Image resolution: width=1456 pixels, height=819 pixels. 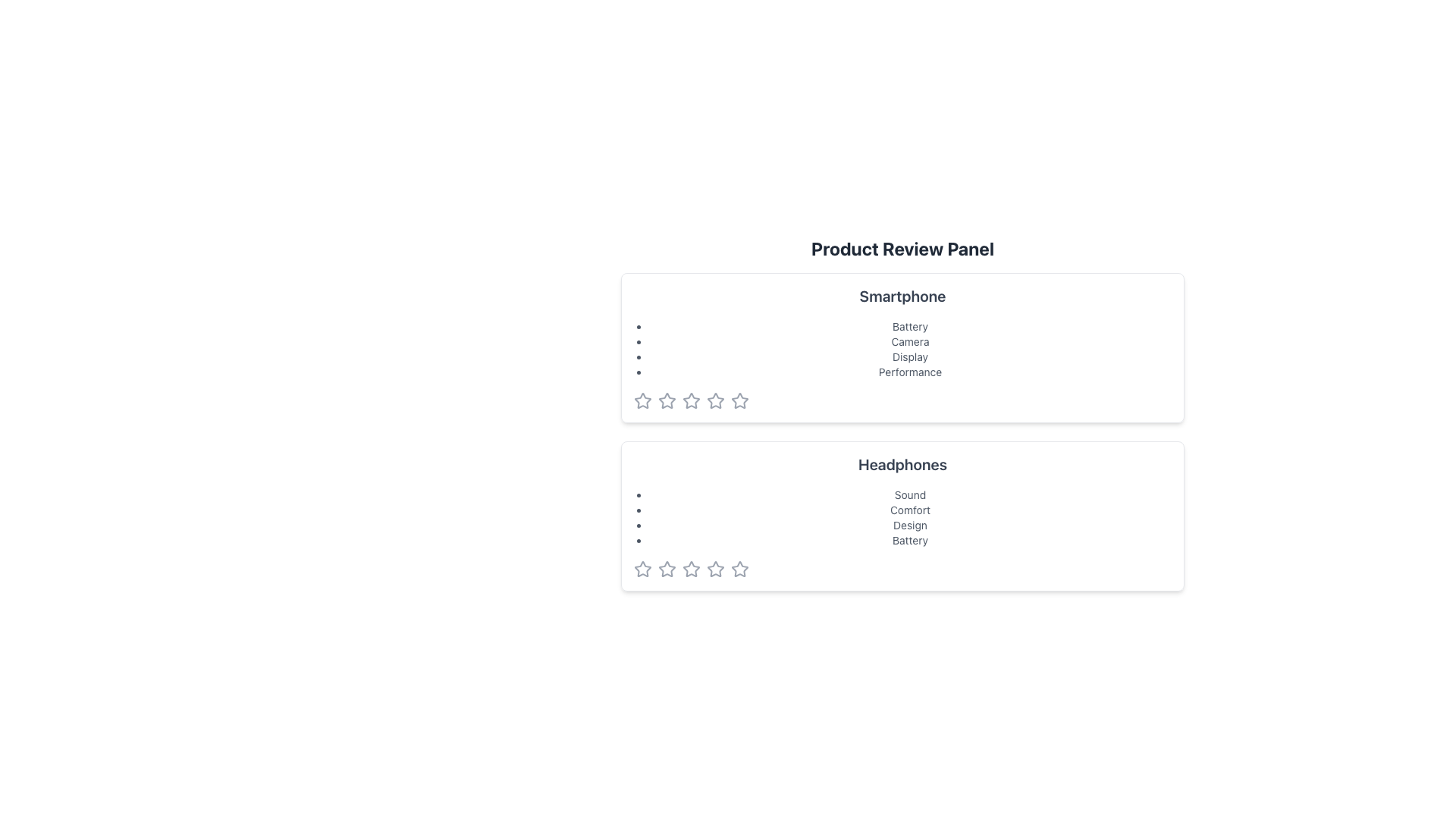 What do you see at coordinates (739, 400) in the screenshot?
I see `the fourth star icon in the rating system of the 'Smartphone' review section` at bounding box center [739, 400].